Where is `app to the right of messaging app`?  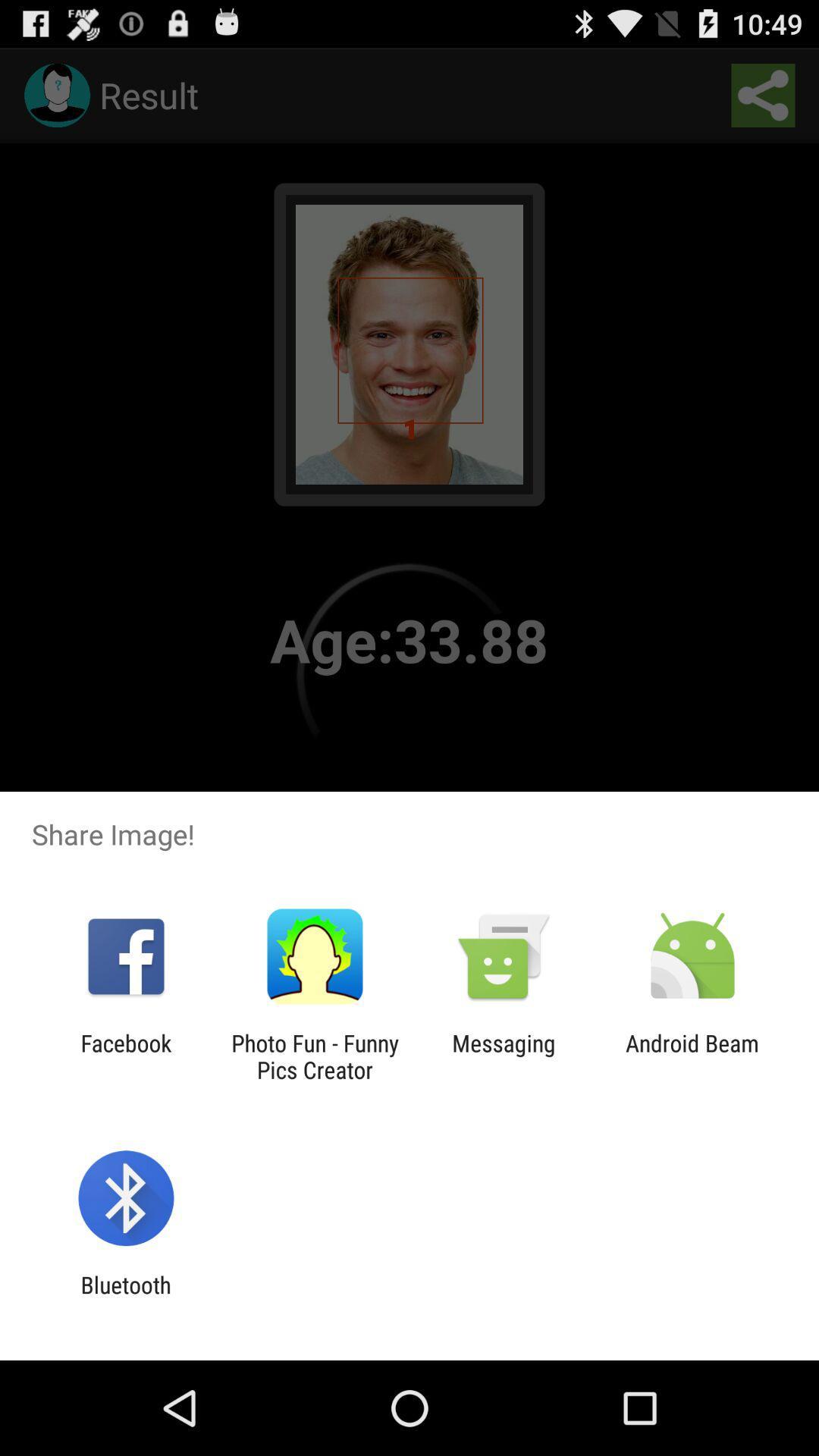 app to the right of messaging app is located at coordinates (692, 1056).